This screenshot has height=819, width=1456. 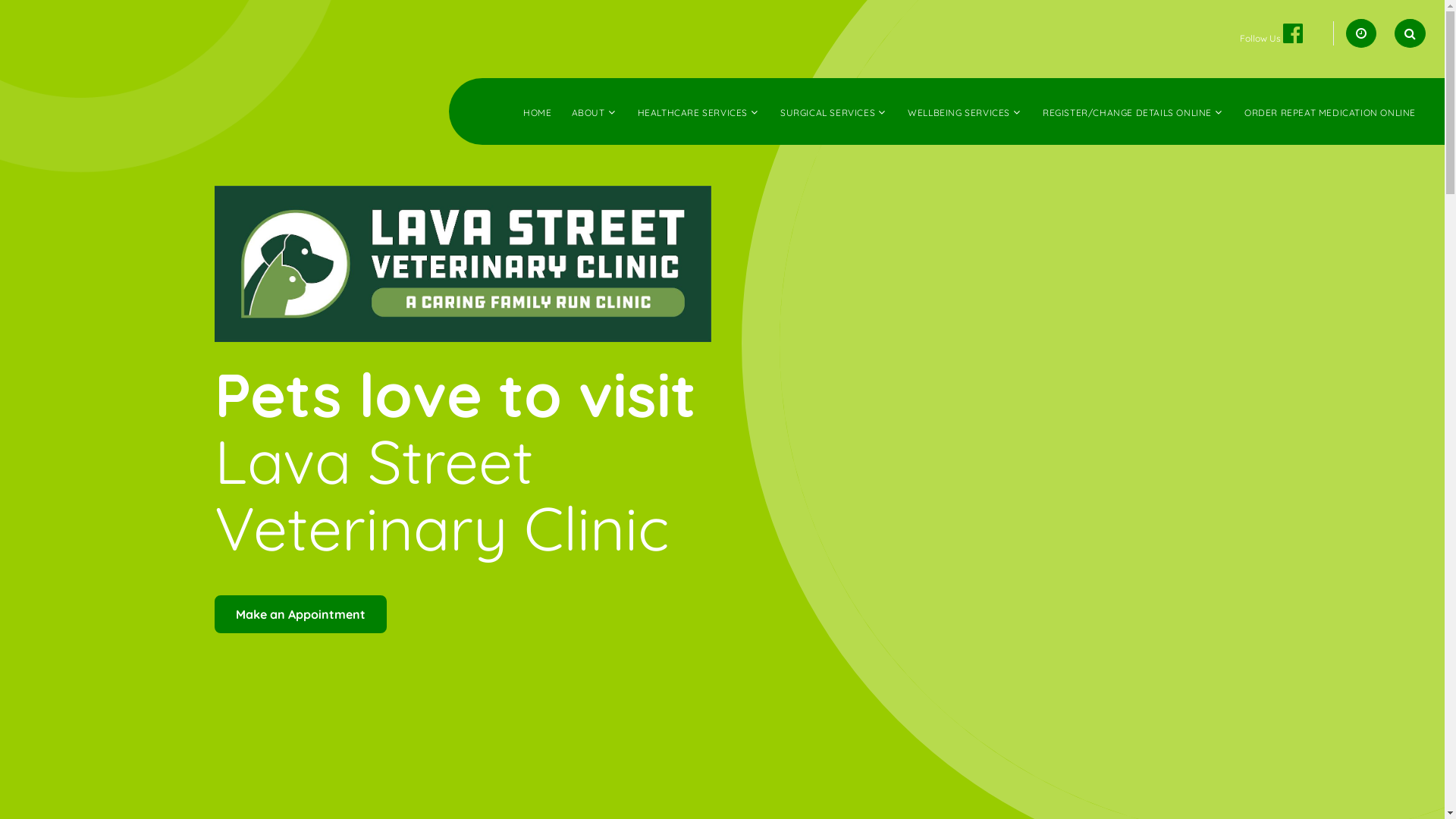 I want to click on 'HEALTHCARE SERVICES', so click(x=692, y=111).